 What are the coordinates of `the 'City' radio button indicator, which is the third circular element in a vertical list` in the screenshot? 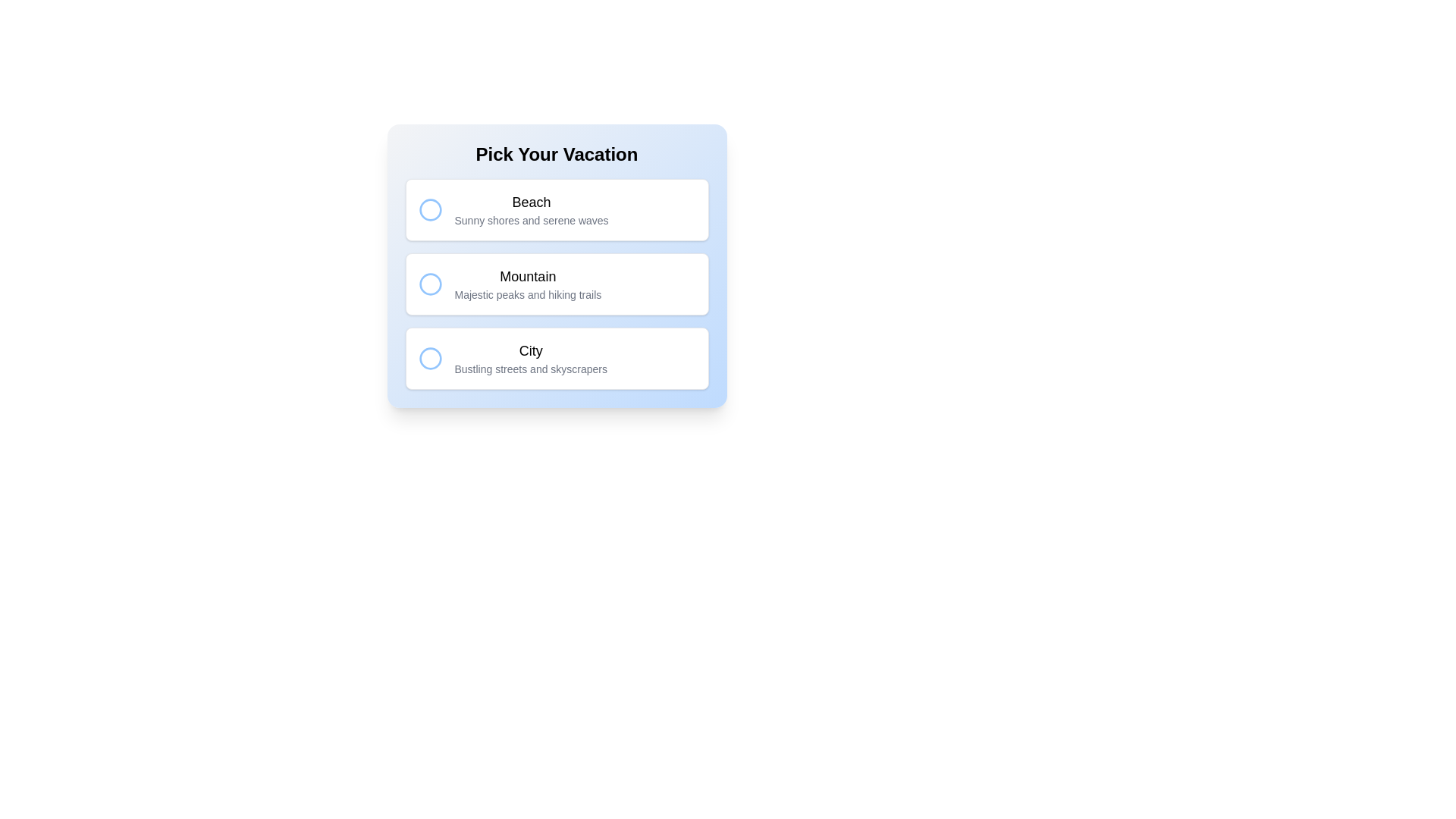 It's located at (429, 359).